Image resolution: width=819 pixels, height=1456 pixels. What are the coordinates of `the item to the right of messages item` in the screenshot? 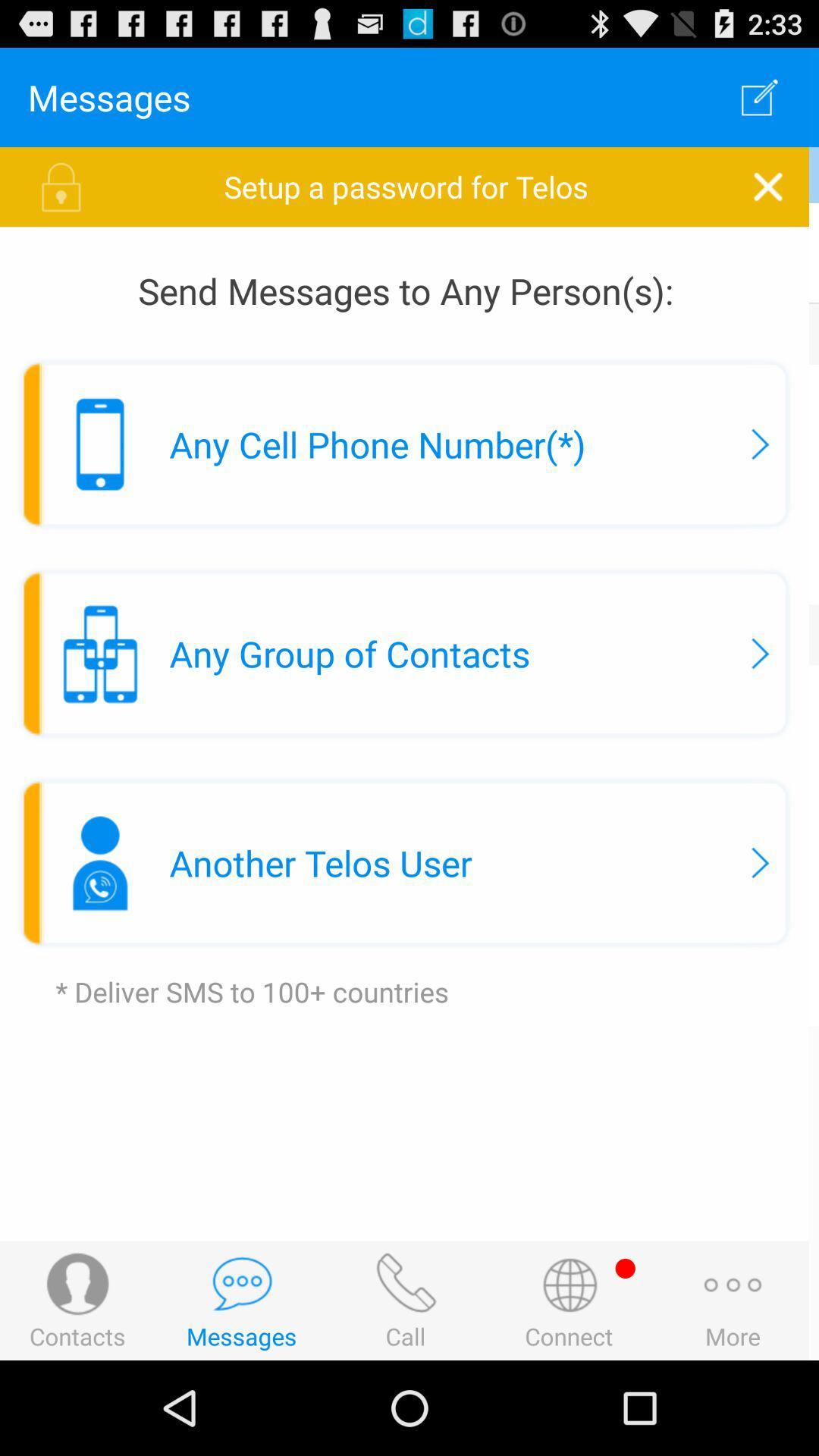 It's located at (764, 96).